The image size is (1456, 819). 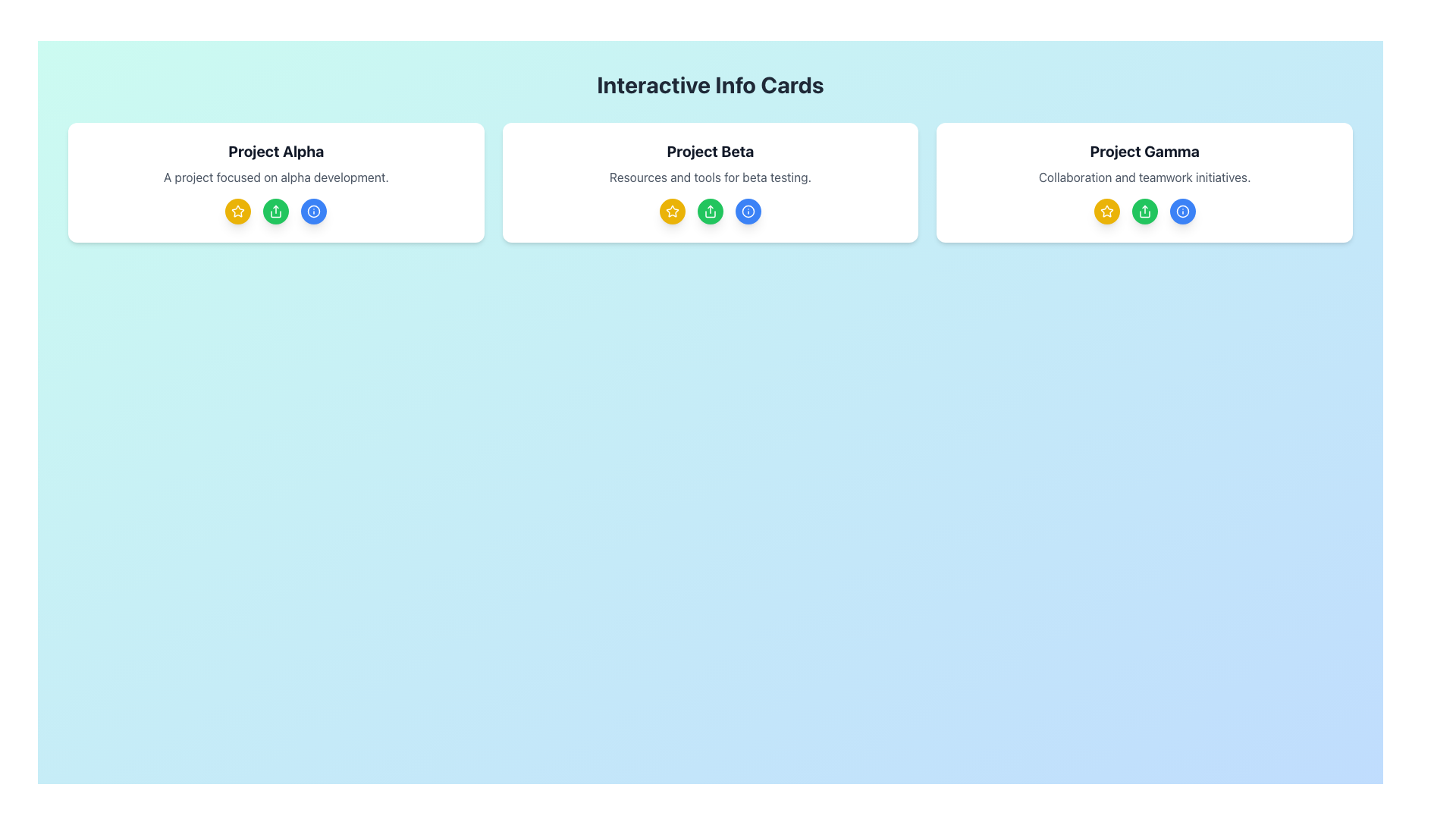 I want to click on the first circular outline icon with a blue color located beneath the title and description of 'Project Alpha' in the information card, so click(x=313, y=211).